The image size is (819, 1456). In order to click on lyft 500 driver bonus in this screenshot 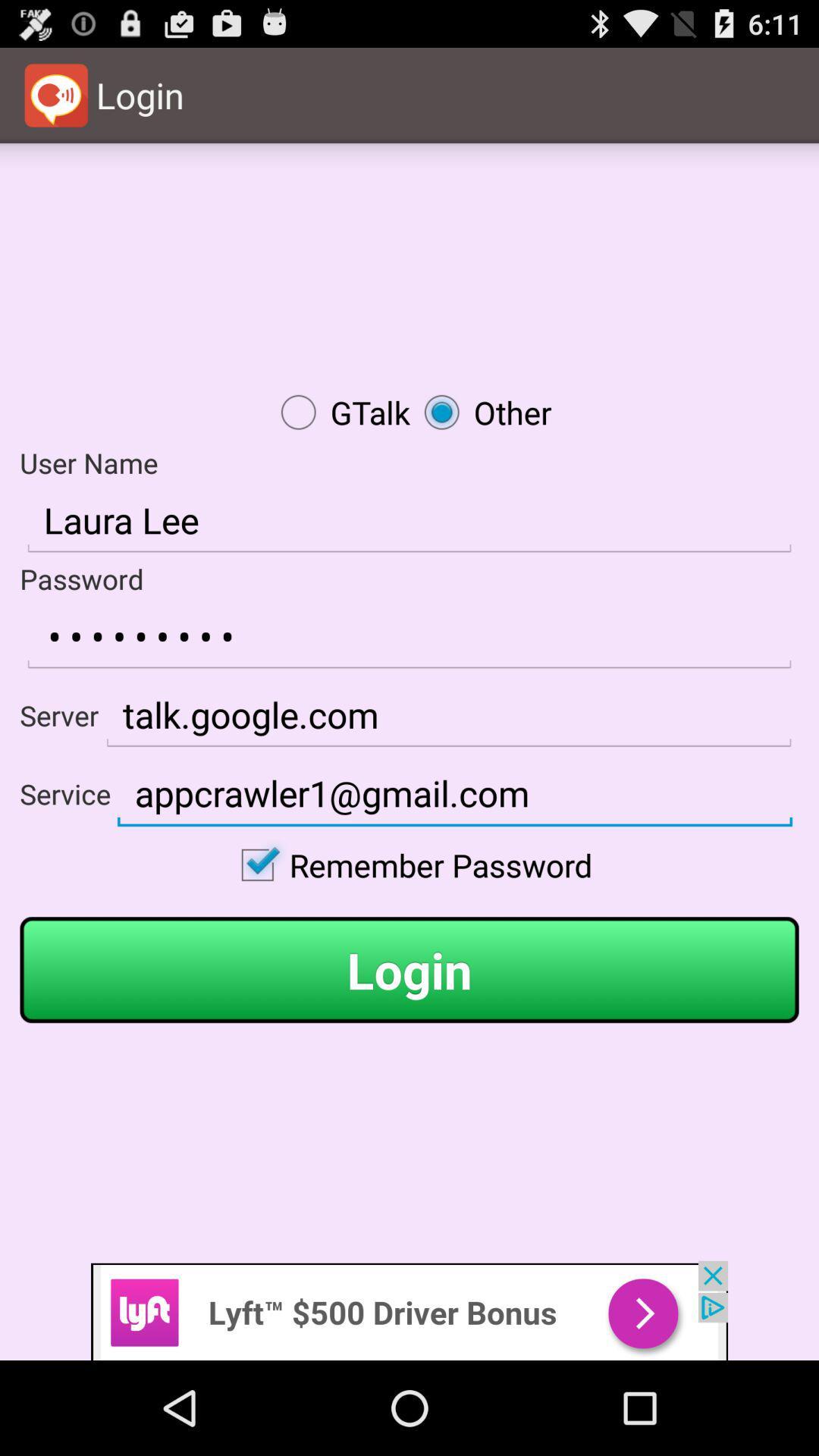, I will do `click(409, 1310)`.